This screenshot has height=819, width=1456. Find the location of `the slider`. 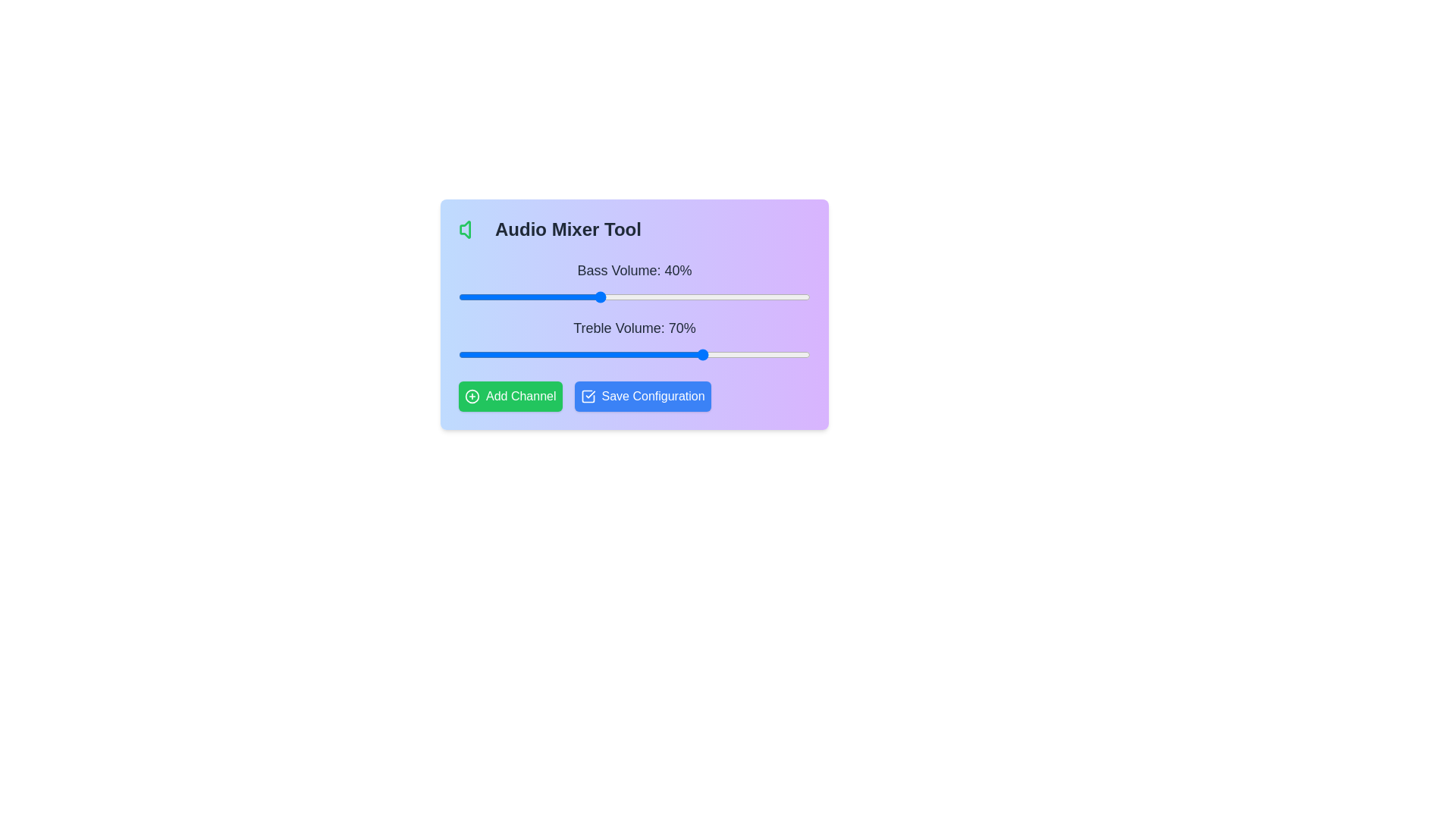

the slider is located at coordinates (560, 297).